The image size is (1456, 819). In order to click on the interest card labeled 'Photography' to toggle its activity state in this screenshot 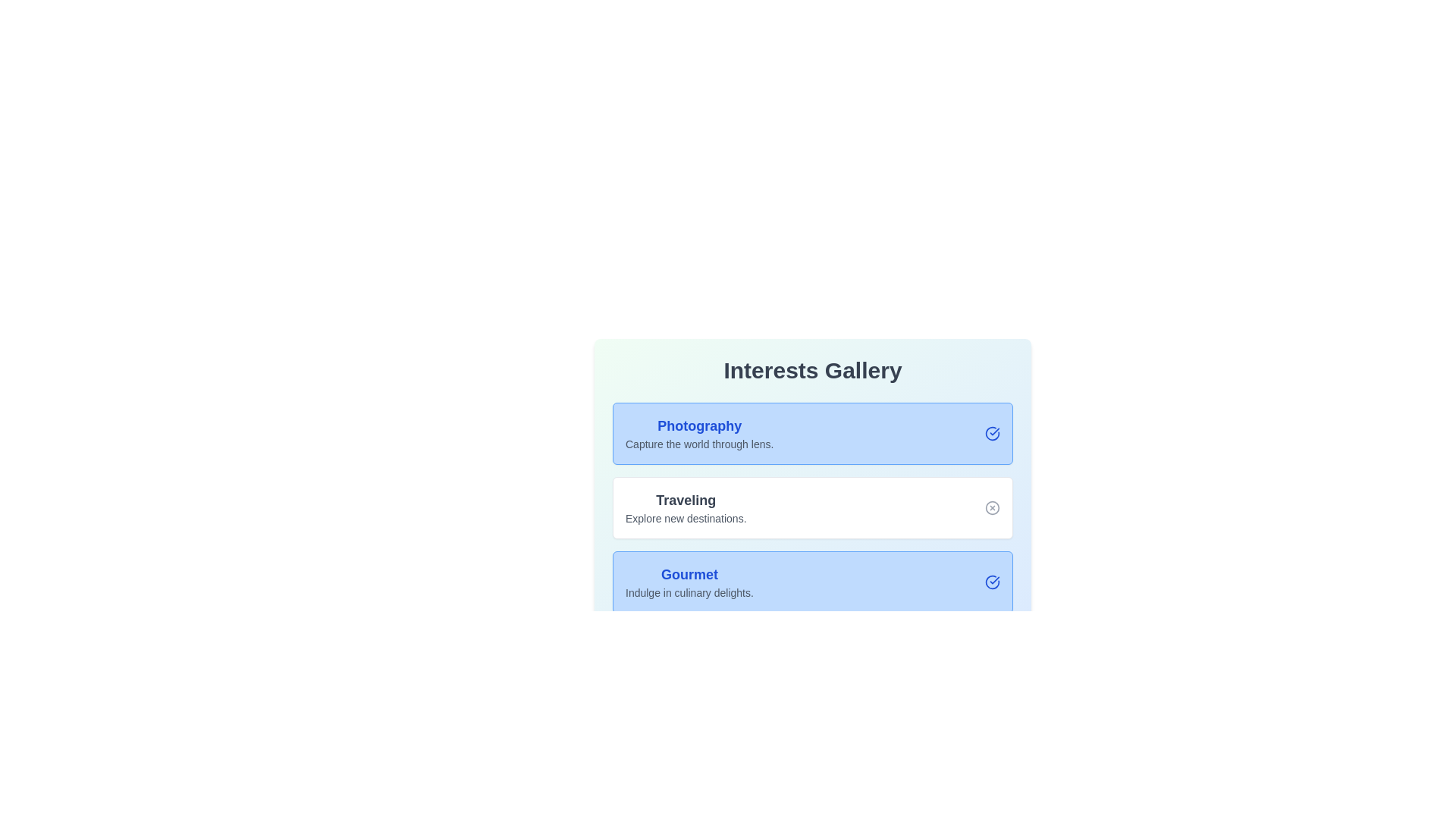, I will do `click(811, 433)`.